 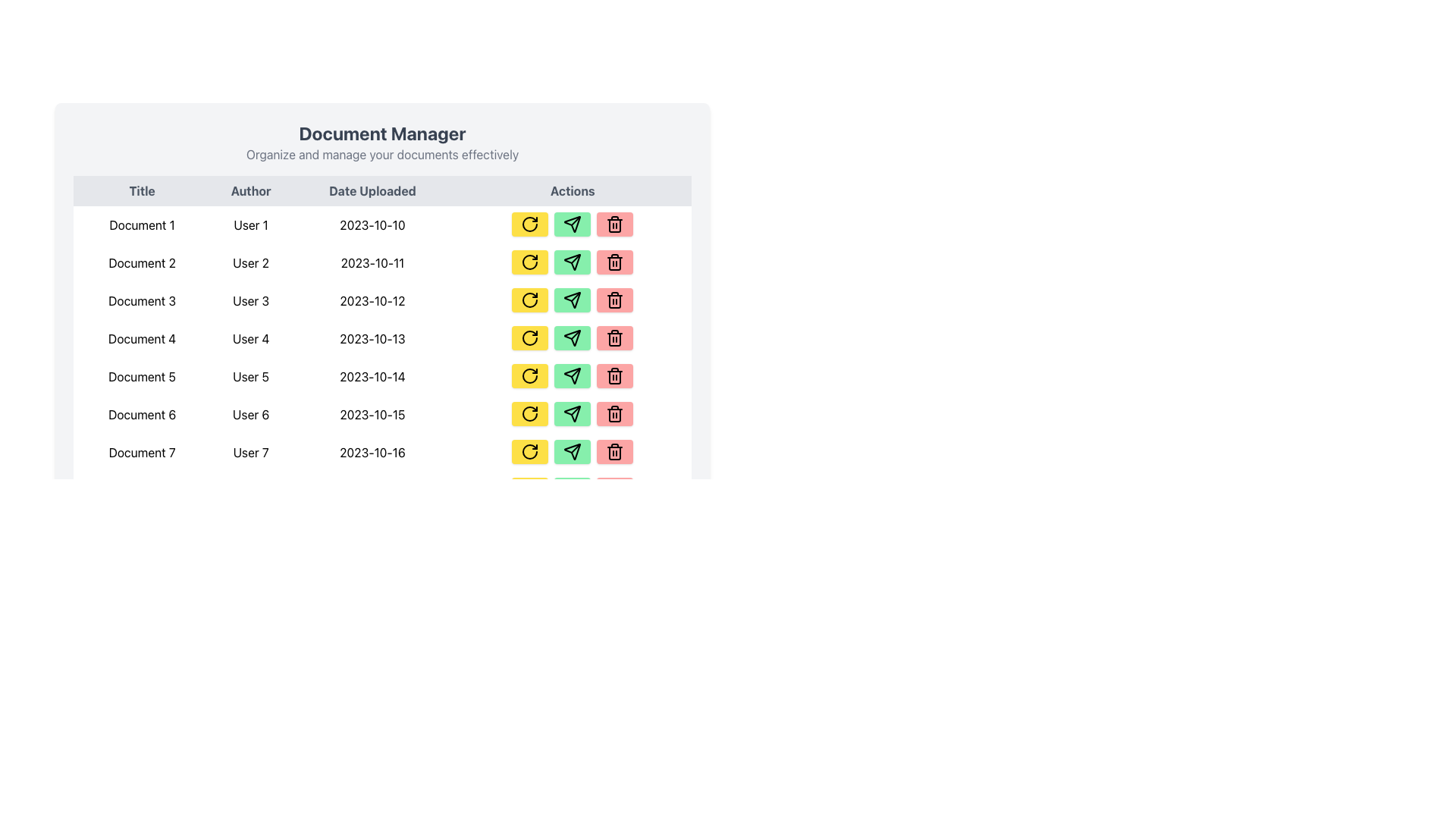 I want to click on the green send button with a black icon in the Actions column for Document 6, so click(x=572, y=415).